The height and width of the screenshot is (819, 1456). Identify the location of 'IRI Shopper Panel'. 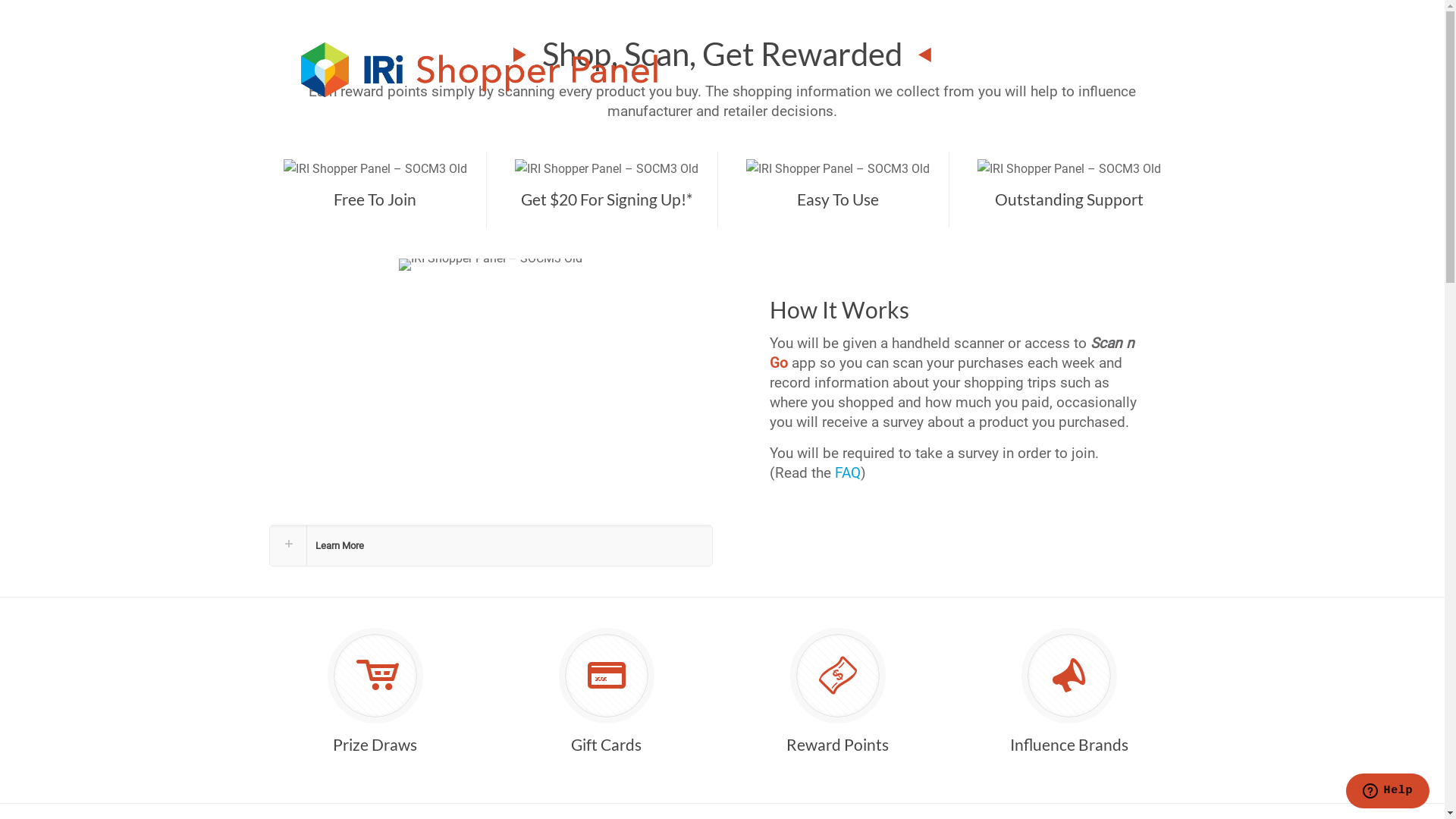
(482, 69).